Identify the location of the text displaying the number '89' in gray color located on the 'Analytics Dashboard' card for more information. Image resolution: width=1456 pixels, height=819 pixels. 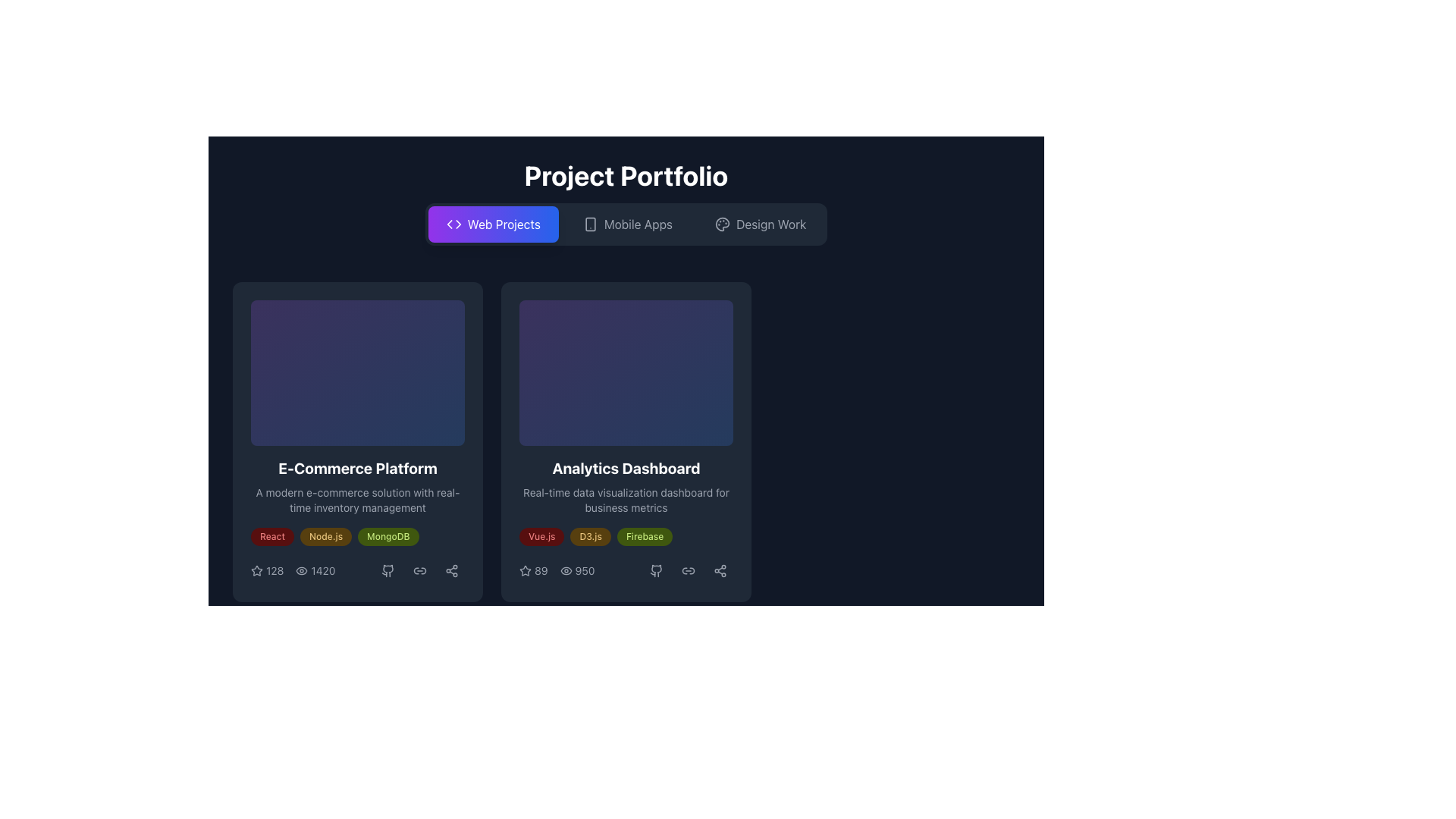
(541, 570).